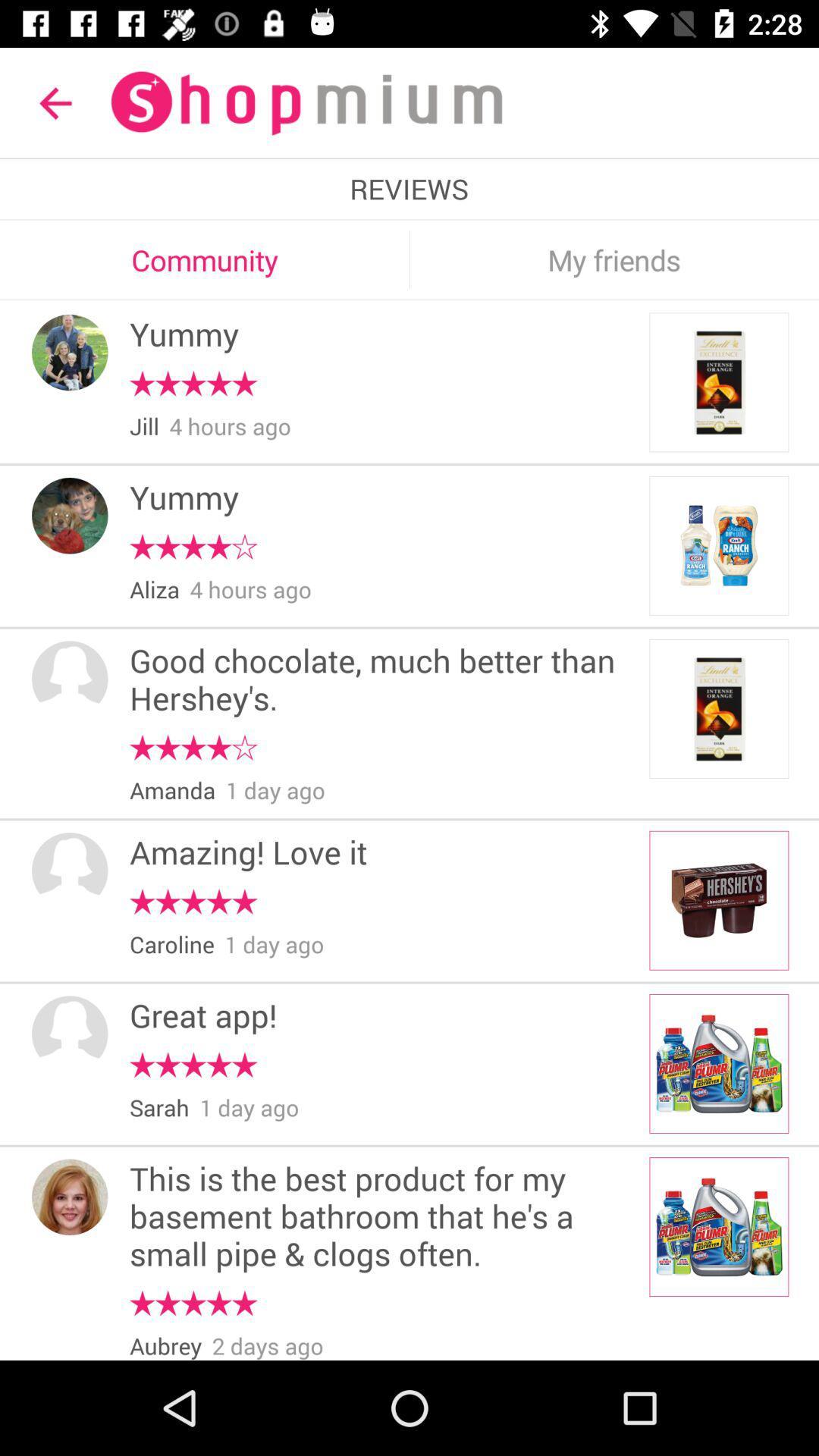 The width and height of the screenshot is (819, 1456). Describe the element at coordinates (165, 1345) in the screenshot. I see `the aubrey item` at that location.